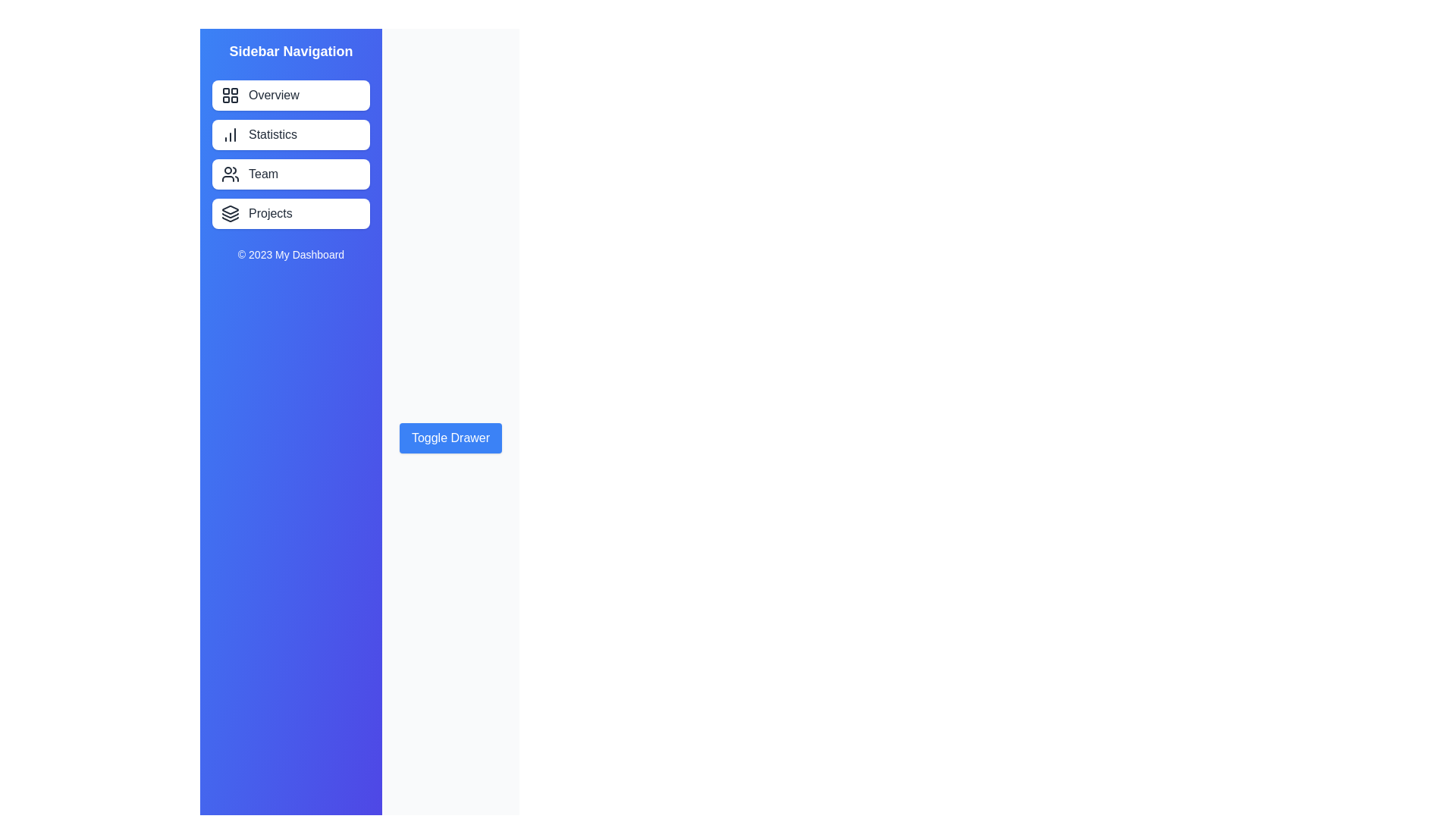  Describe the element at coordinates (291, 133) in the screenshot. I see `the sidebar menu item Statistics` at that location.